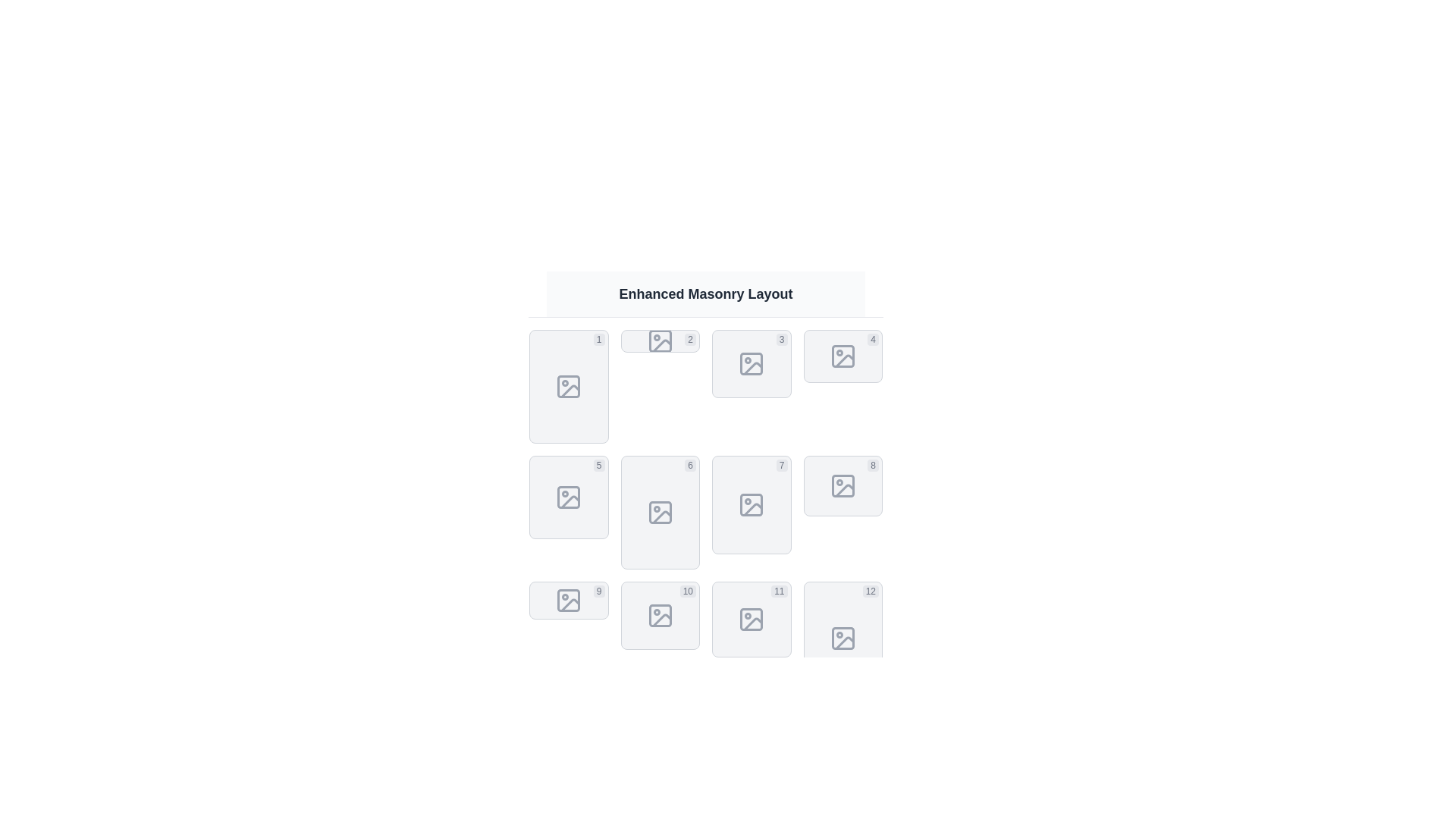 The width and height of the screenshot is (1456, 819). Describe the element at coordinates (842, 485) in the screenshot. I see `the A card or tile element with a light gray background and a badge showing the number '8' in the third row, first column of the grid layout` at that location.